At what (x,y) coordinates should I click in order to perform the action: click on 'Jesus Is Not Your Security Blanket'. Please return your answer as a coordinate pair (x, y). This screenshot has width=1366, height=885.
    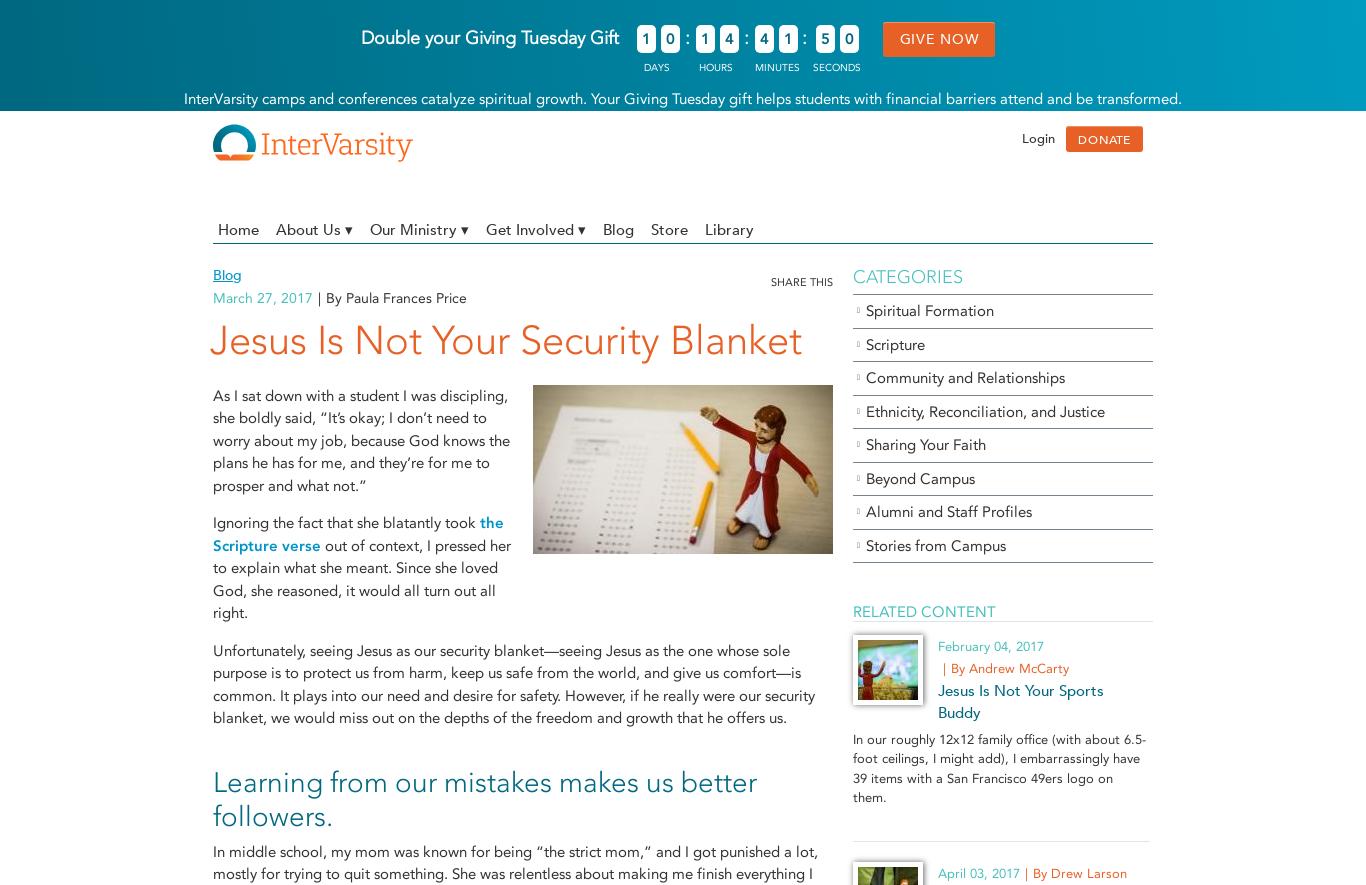
    Looking at the image, I should click on (505, 339).